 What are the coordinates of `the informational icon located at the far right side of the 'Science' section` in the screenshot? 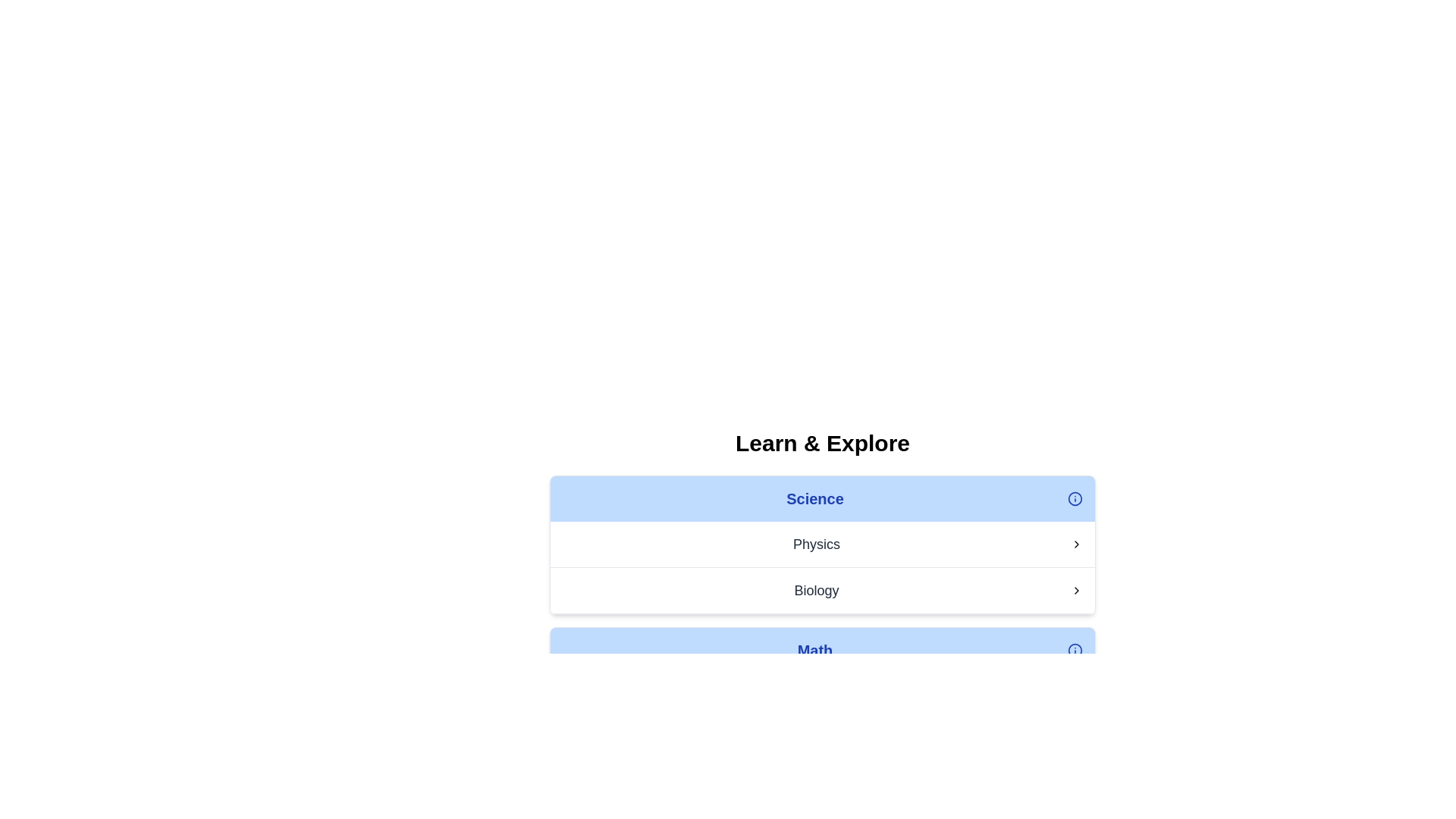 It's located at (1074, 499).